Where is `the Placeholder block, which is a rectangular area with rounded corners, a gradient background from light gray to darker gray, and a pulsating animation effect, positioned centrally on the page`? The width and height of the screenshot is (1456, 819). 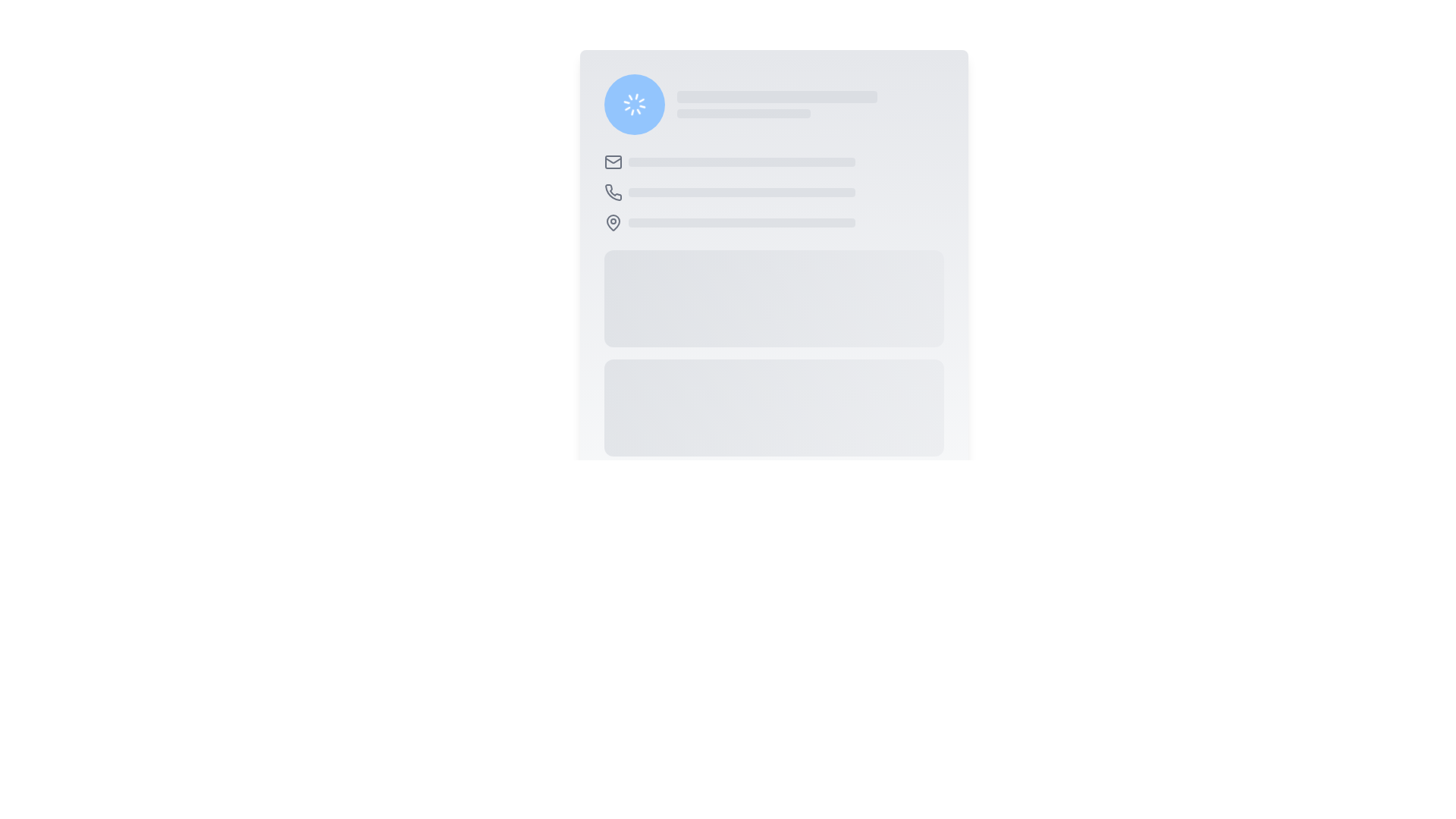 the Placeholder block, which is a rectangular area with rounded corners, a gradient background from light gray to darker gray, and a pulsating animation effect, positioned centrally on the page is located at coordinates (773, 298).